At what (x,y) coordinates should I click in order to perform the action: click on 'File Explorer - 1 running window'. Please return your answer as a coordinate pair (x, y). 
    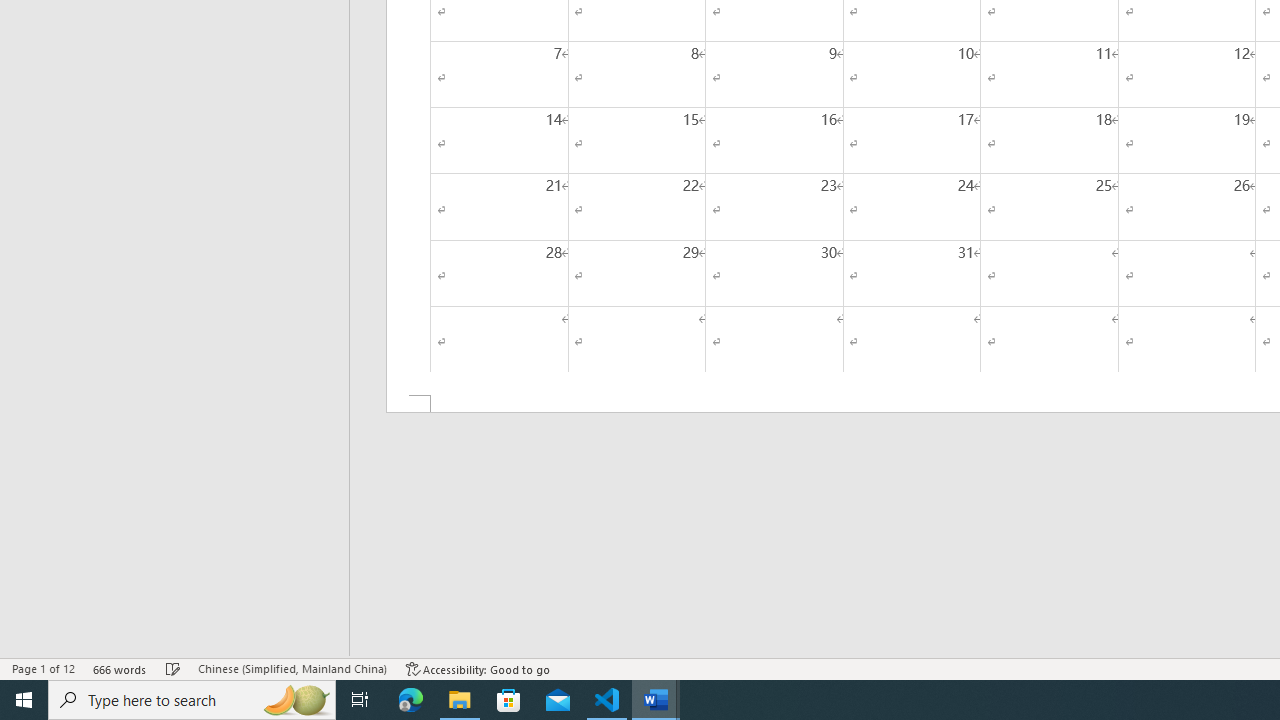
    Looking at the image, I should click on (459, 698).